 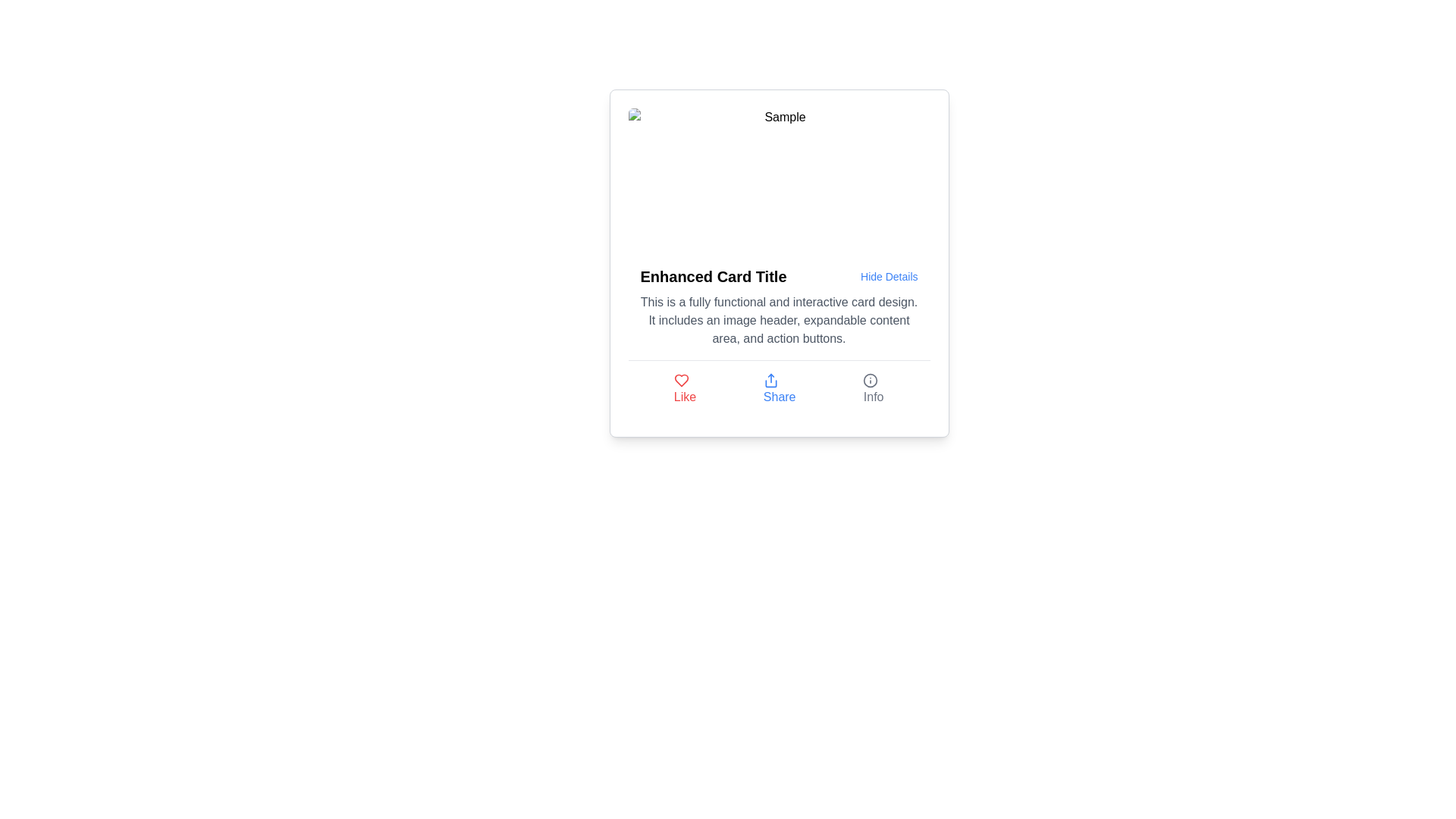 I want to click on title 'Enhanced Card Title' located in the header of the card component to understand the topic, so click(x=779, y=277).